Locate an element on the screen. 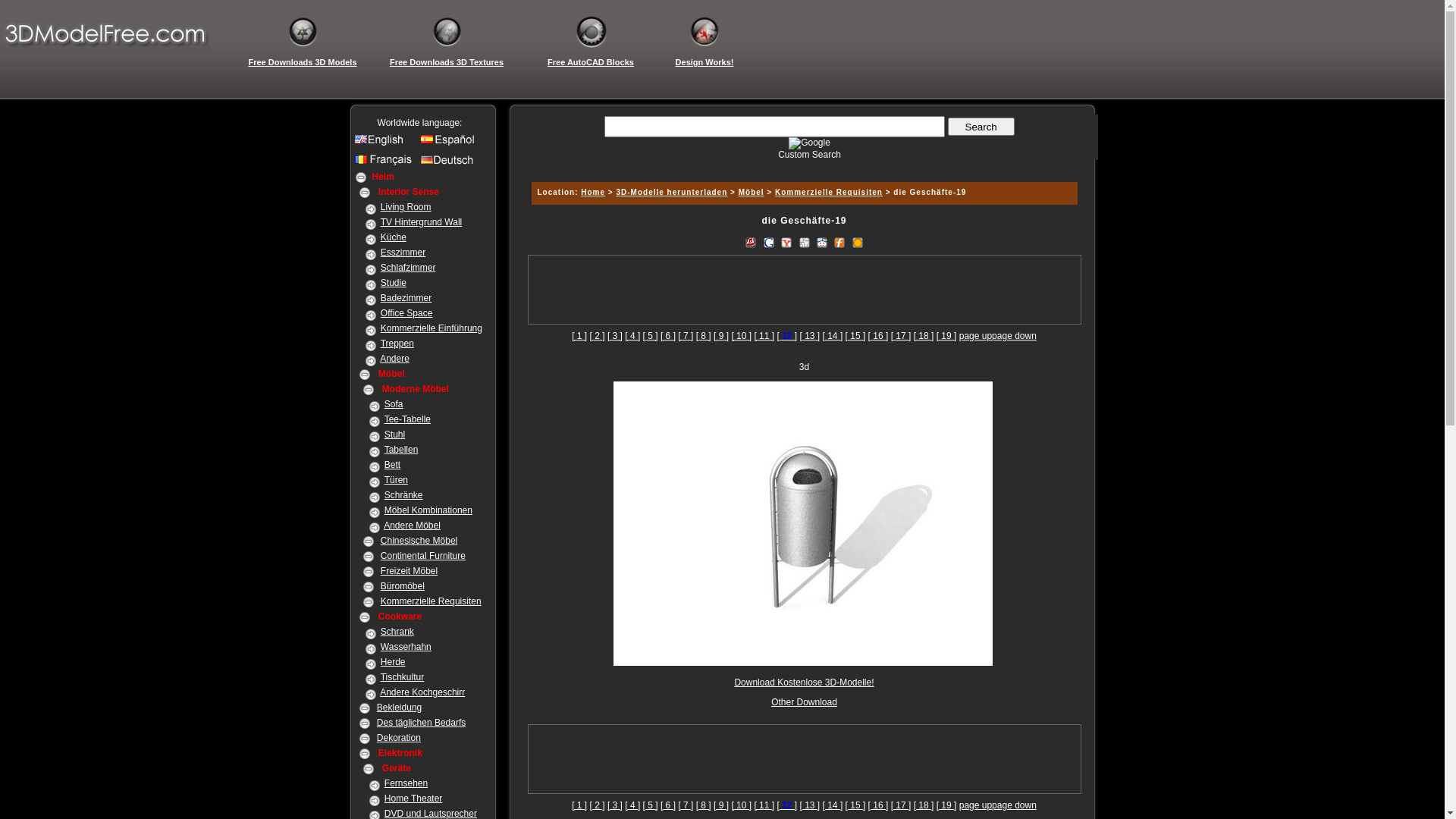 The height and width of the screenshot is (819, 1456). 'Living Room' is located at coordinates (406, 207).